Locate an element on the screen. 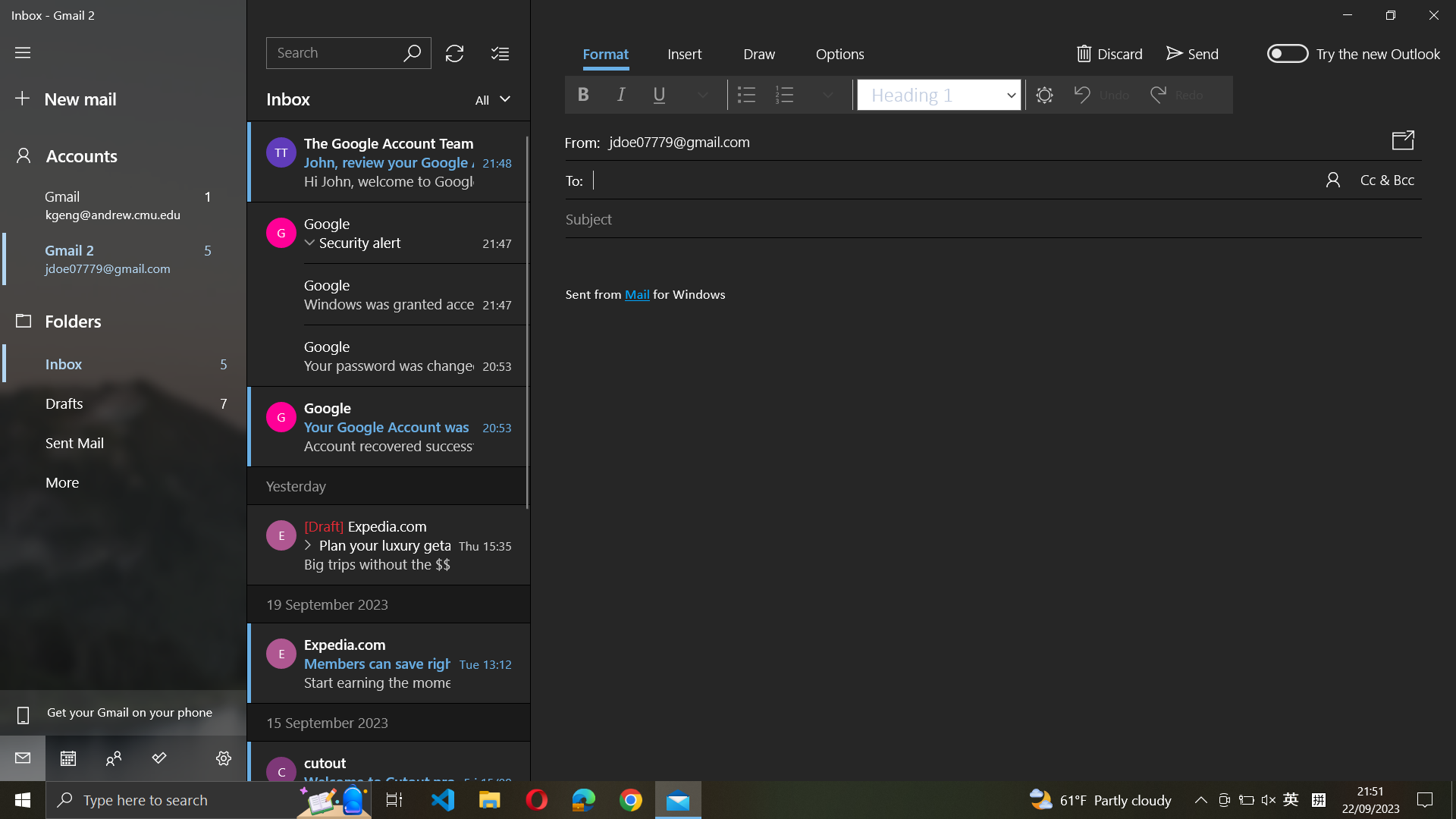  italic style to text is located at coordinates (620, 94).